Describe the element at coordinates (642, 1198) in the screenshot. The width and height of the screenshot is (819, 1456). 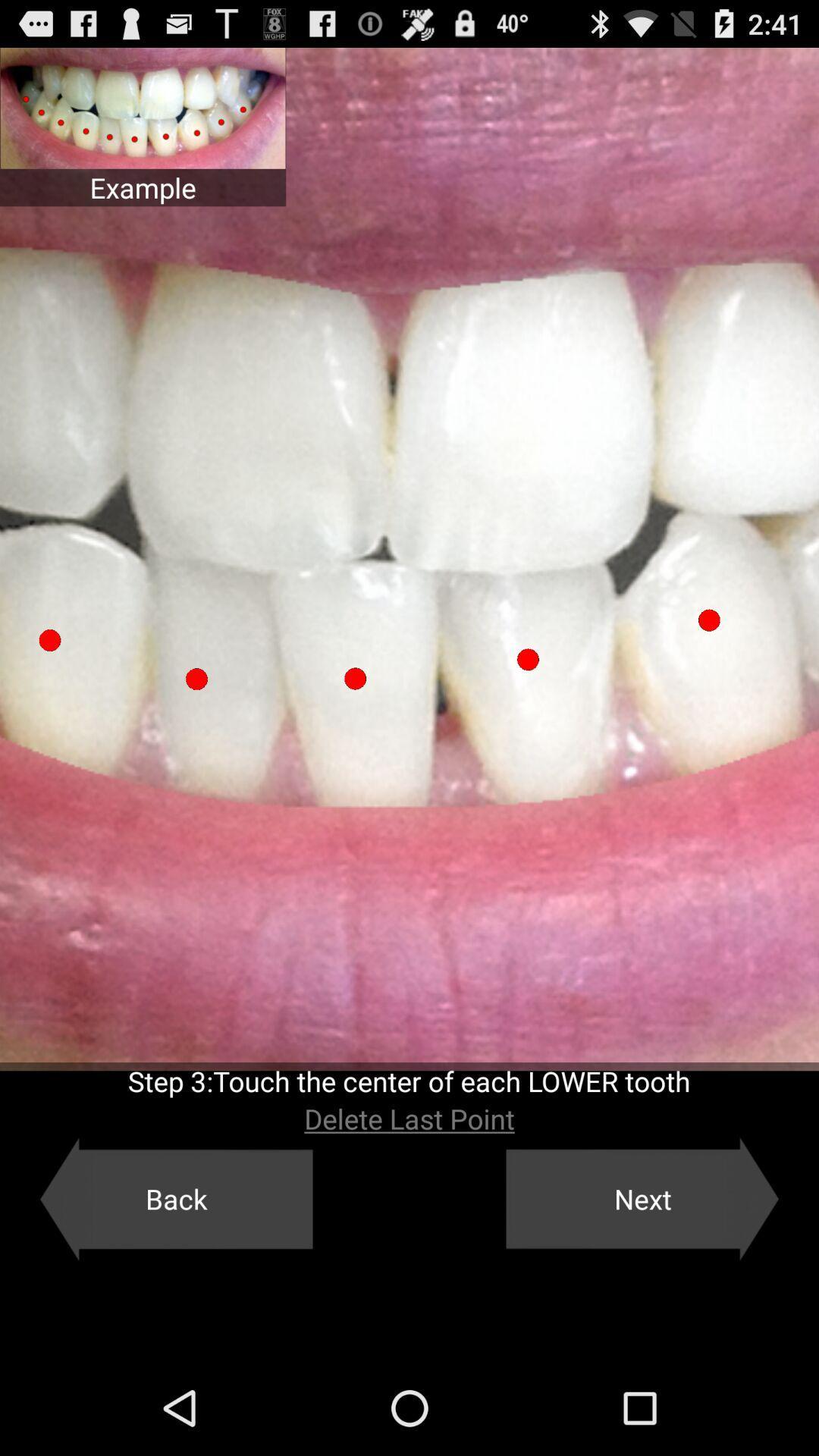
I see `item below delete last point app` at that location.